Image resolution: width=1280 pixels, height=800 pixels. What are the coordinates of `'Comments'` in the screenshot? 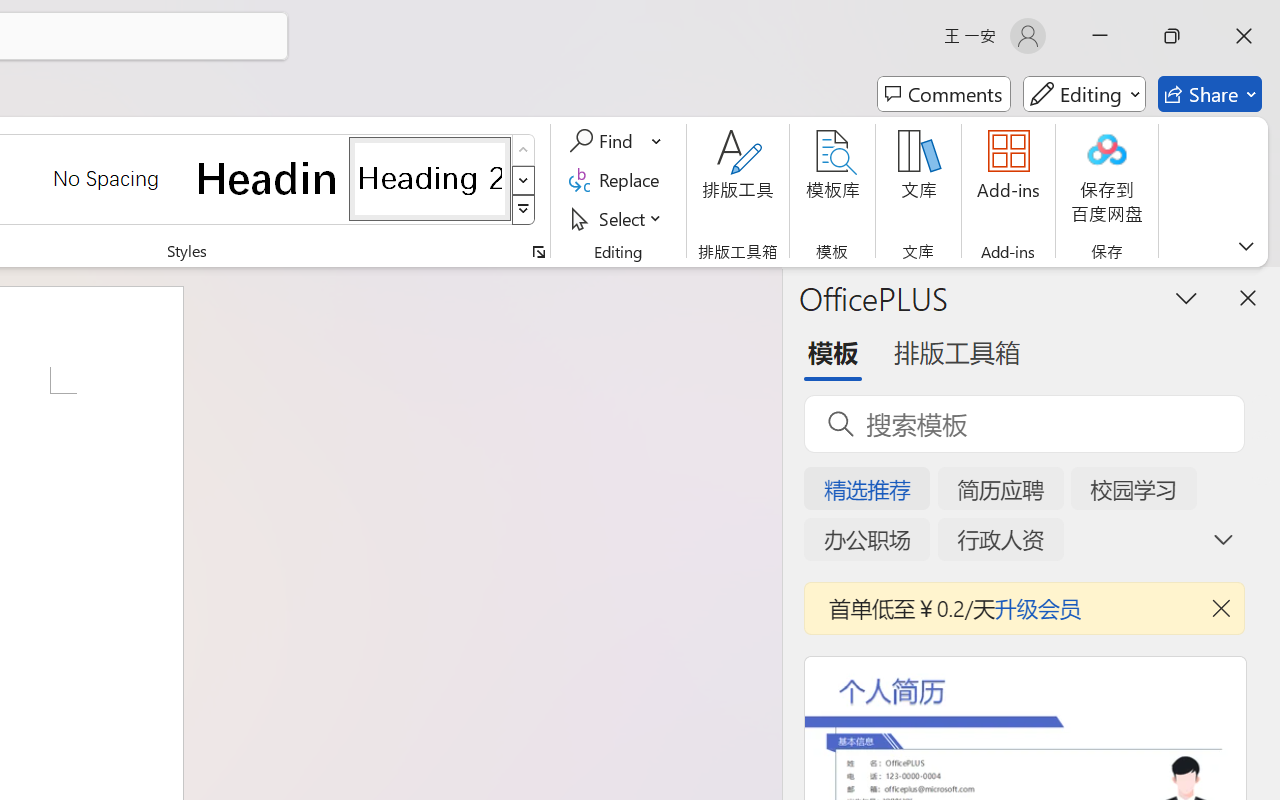 It's located at (943, 94).